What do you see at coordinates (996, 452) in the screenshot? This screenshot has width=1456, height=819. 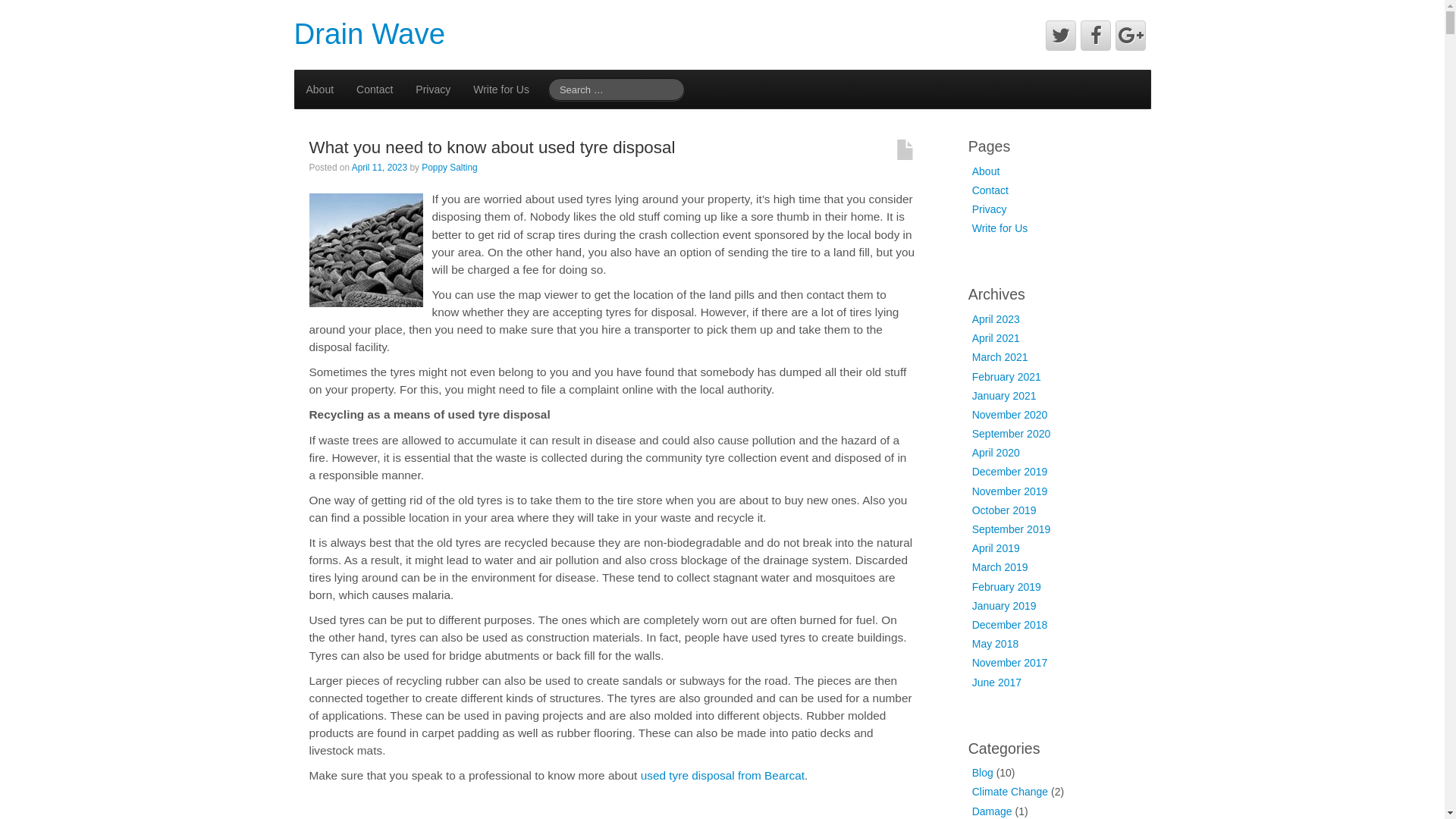 I see `'April 2020'` at bounding box center [996, 452].